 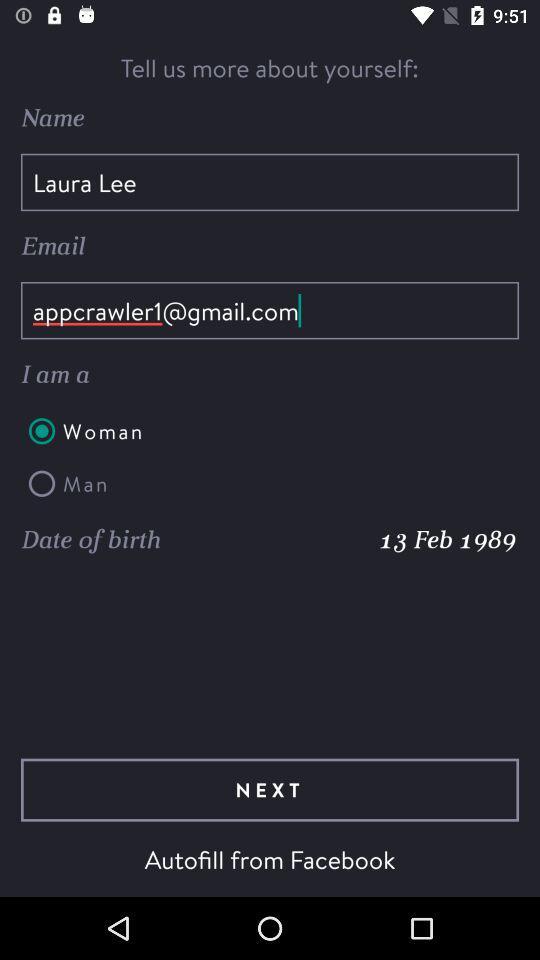 I want to click on the item above email, so click(x=270, y=182).